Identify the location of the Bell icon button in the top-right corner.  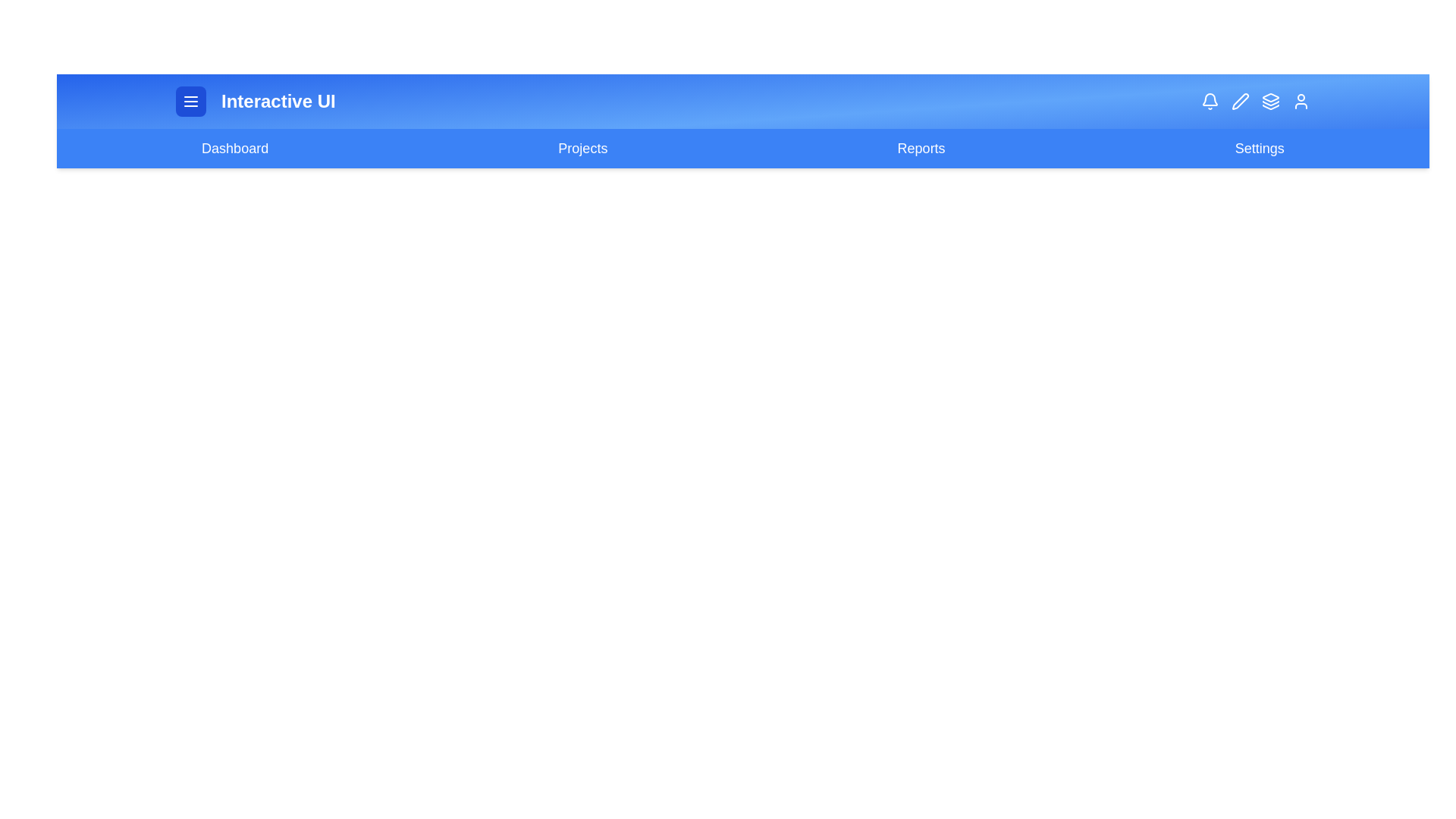
(1210, 102).